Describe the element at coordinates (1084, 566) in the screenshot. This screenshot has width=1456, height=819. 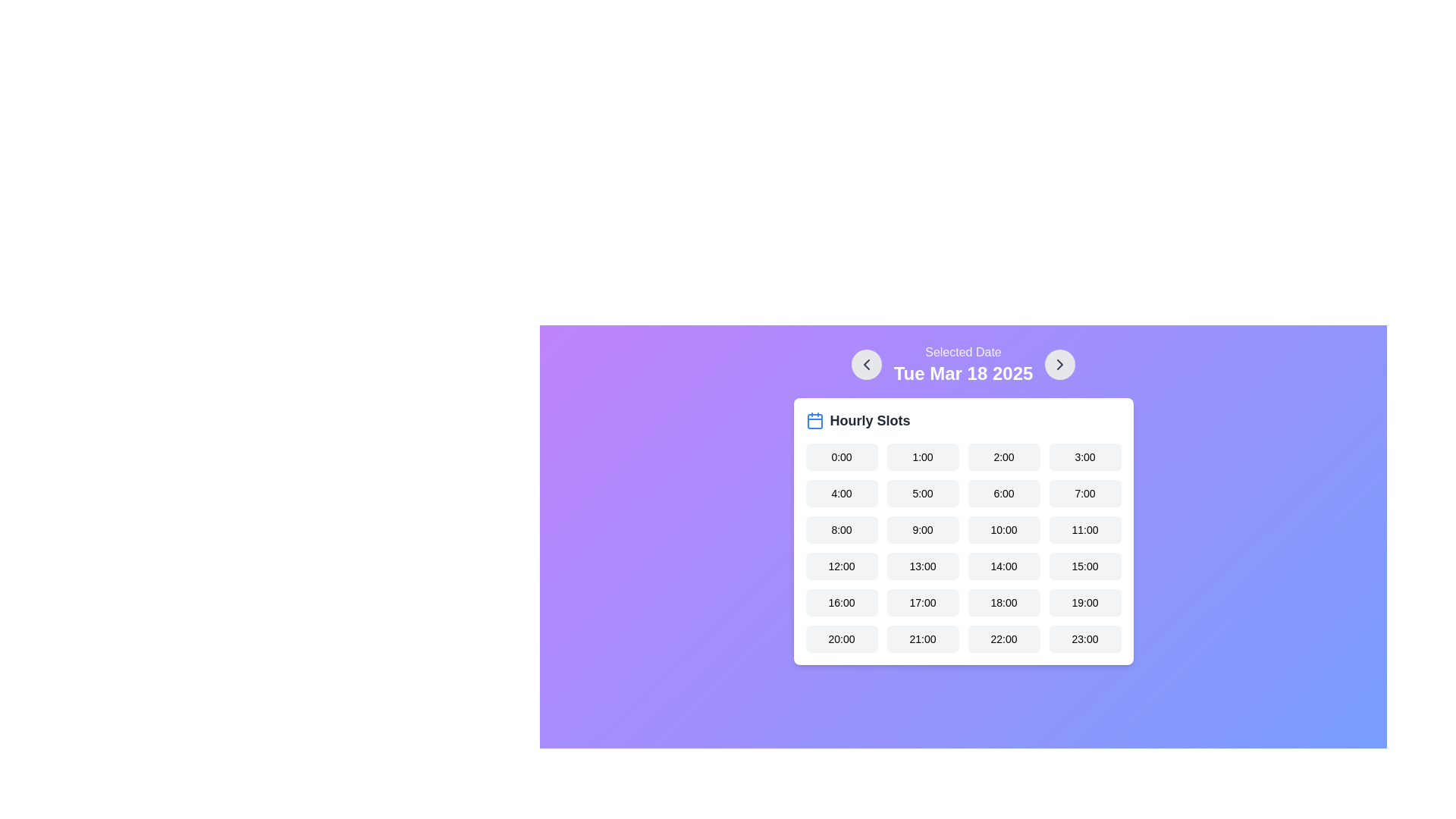
I see `the button representing the selectable time slot for '15:00'` at that location.